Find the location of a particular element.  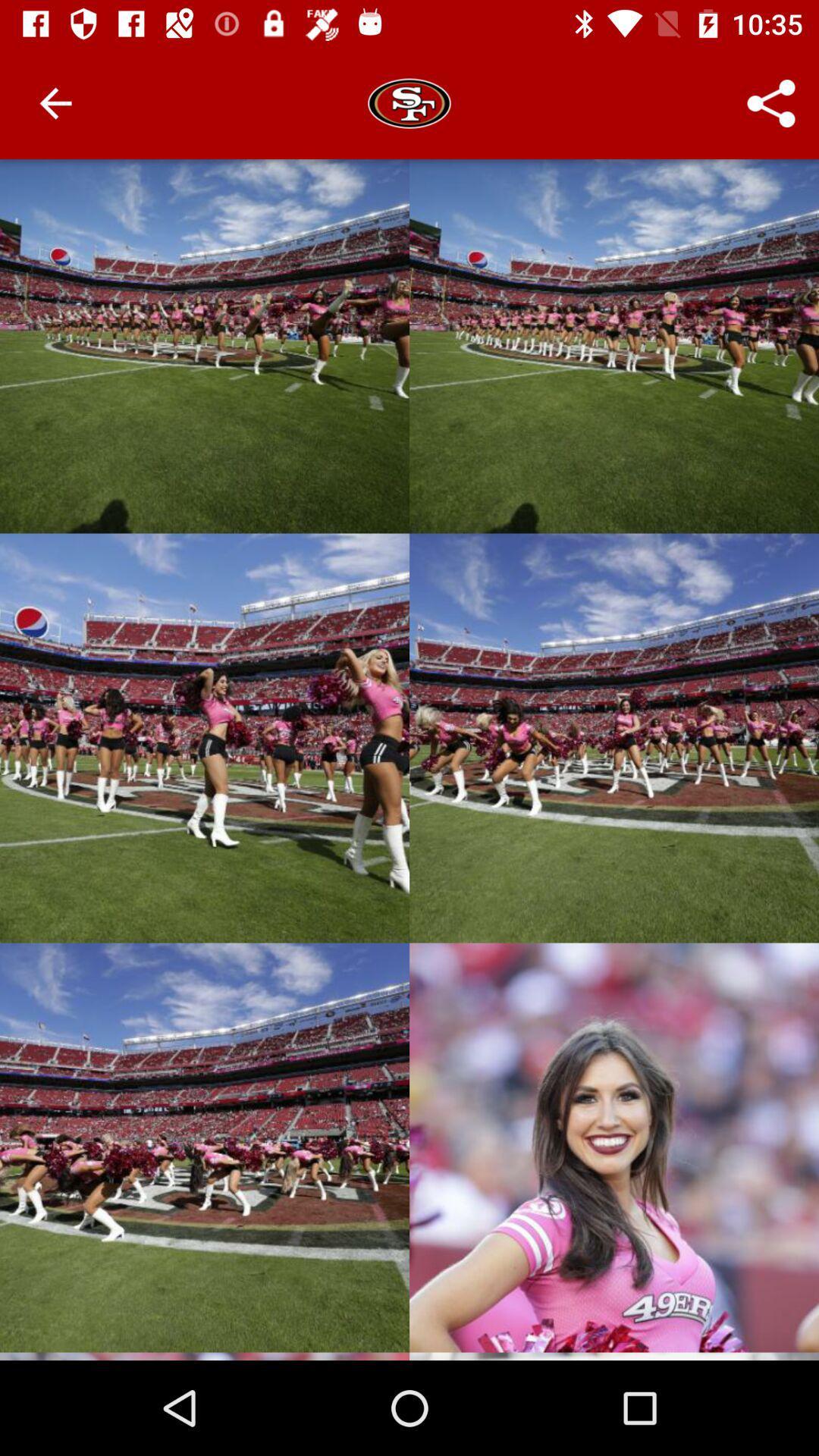

the logo is located at coordinates (409, 103).